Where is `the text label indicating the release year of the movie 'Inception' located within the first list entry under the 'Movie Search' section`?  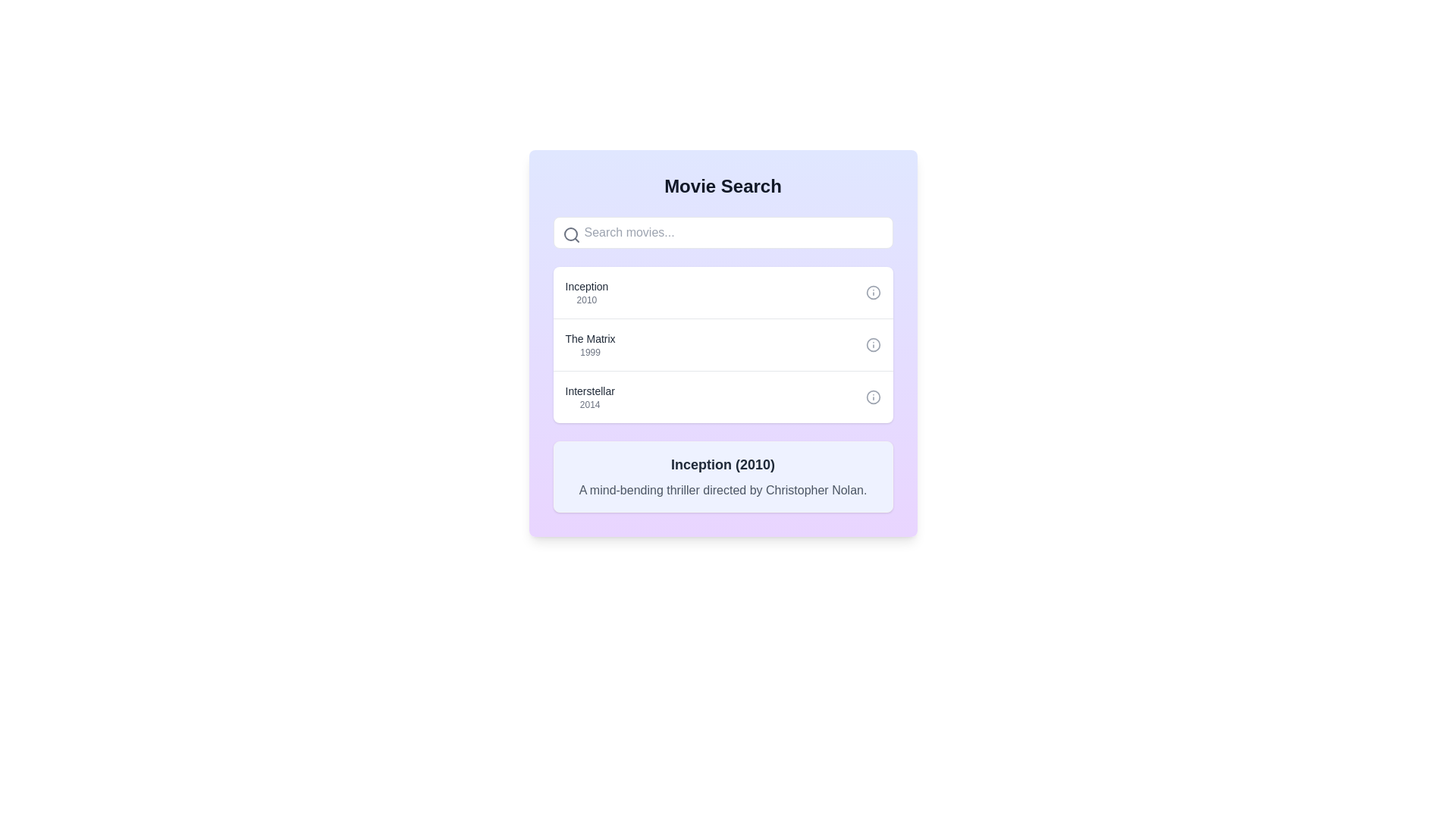
the text label indicating the release year of the movie 'Inception' located within the first list entry under the 'Movie Search' section is located at coordinates (585, 300).